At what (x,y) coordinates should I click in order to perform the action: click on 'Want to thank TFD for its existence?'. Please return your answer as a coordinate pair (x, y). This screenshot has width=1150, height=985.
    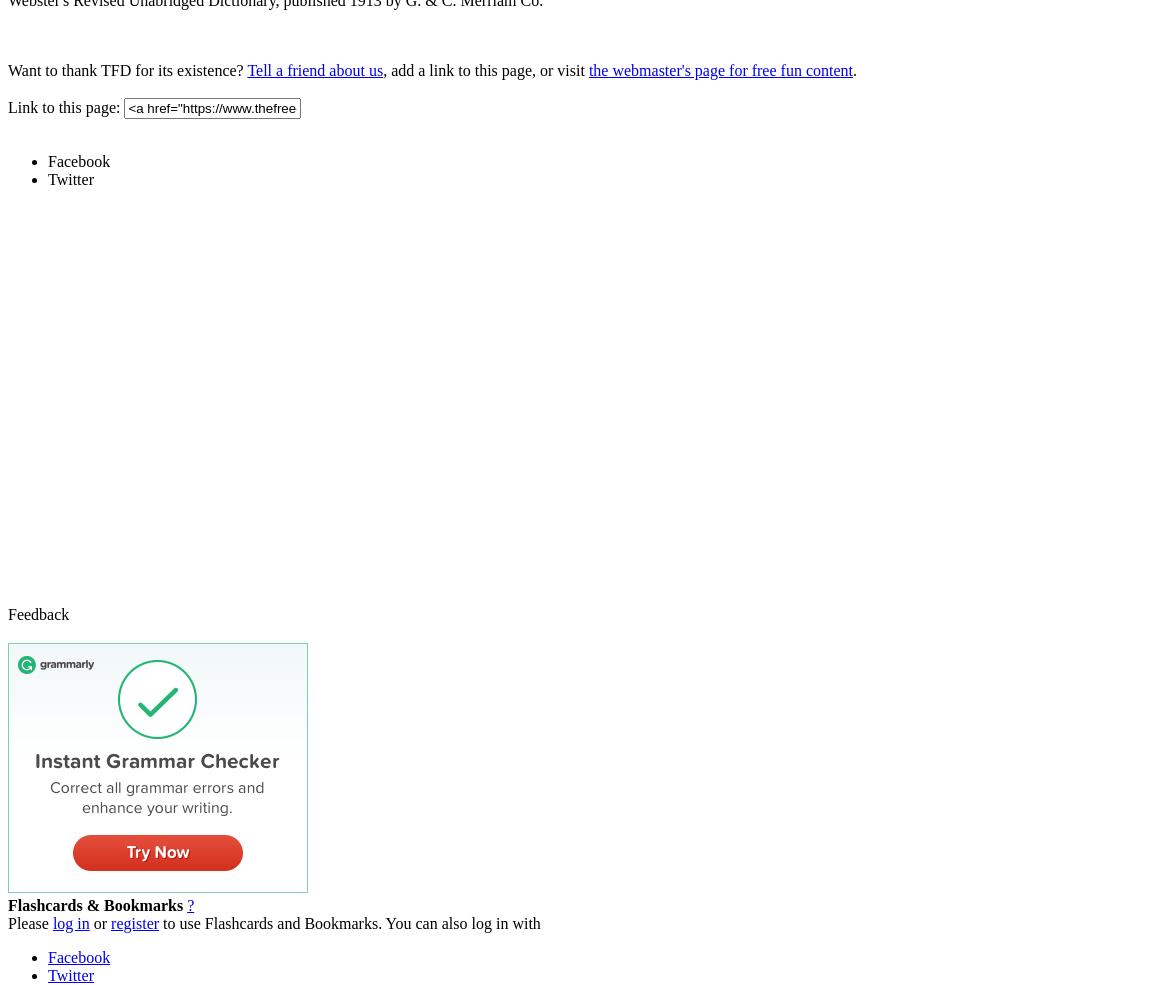
    Looking at the image, I should click on (126, 68).